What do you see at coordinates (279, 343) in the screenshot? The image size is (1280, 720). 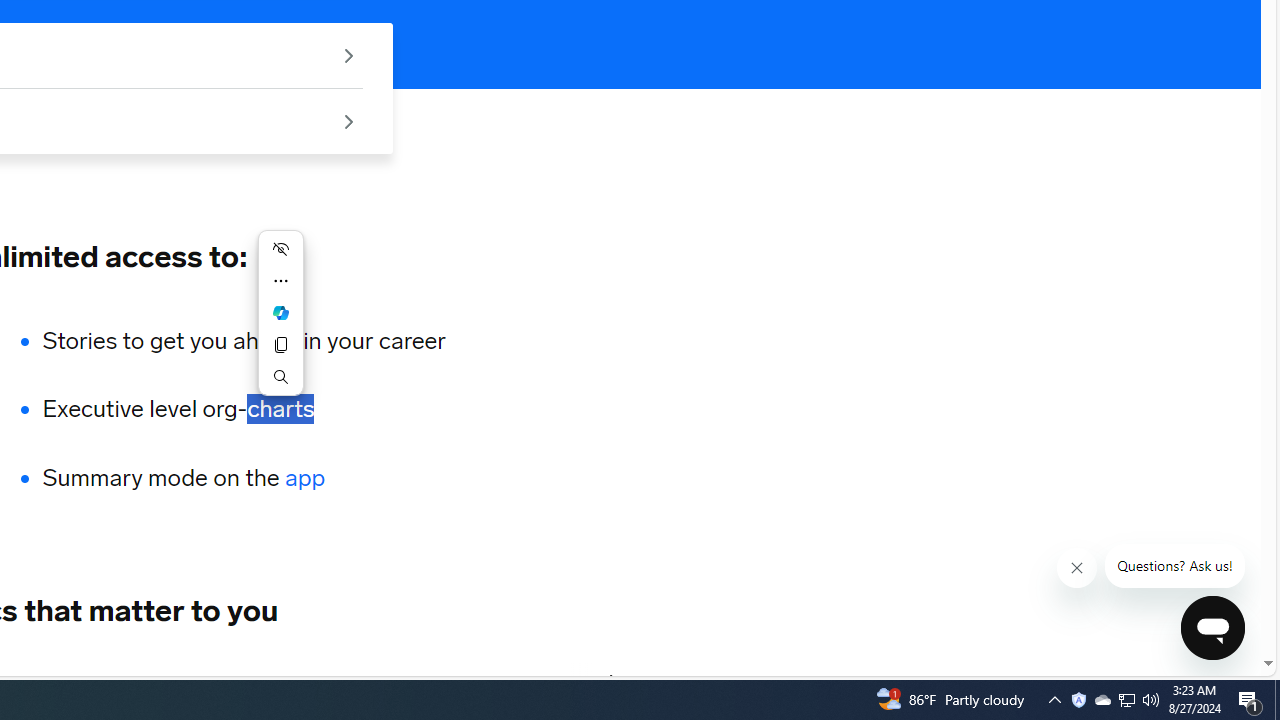 I see `'Copy'` at bounding box center [279, 343].